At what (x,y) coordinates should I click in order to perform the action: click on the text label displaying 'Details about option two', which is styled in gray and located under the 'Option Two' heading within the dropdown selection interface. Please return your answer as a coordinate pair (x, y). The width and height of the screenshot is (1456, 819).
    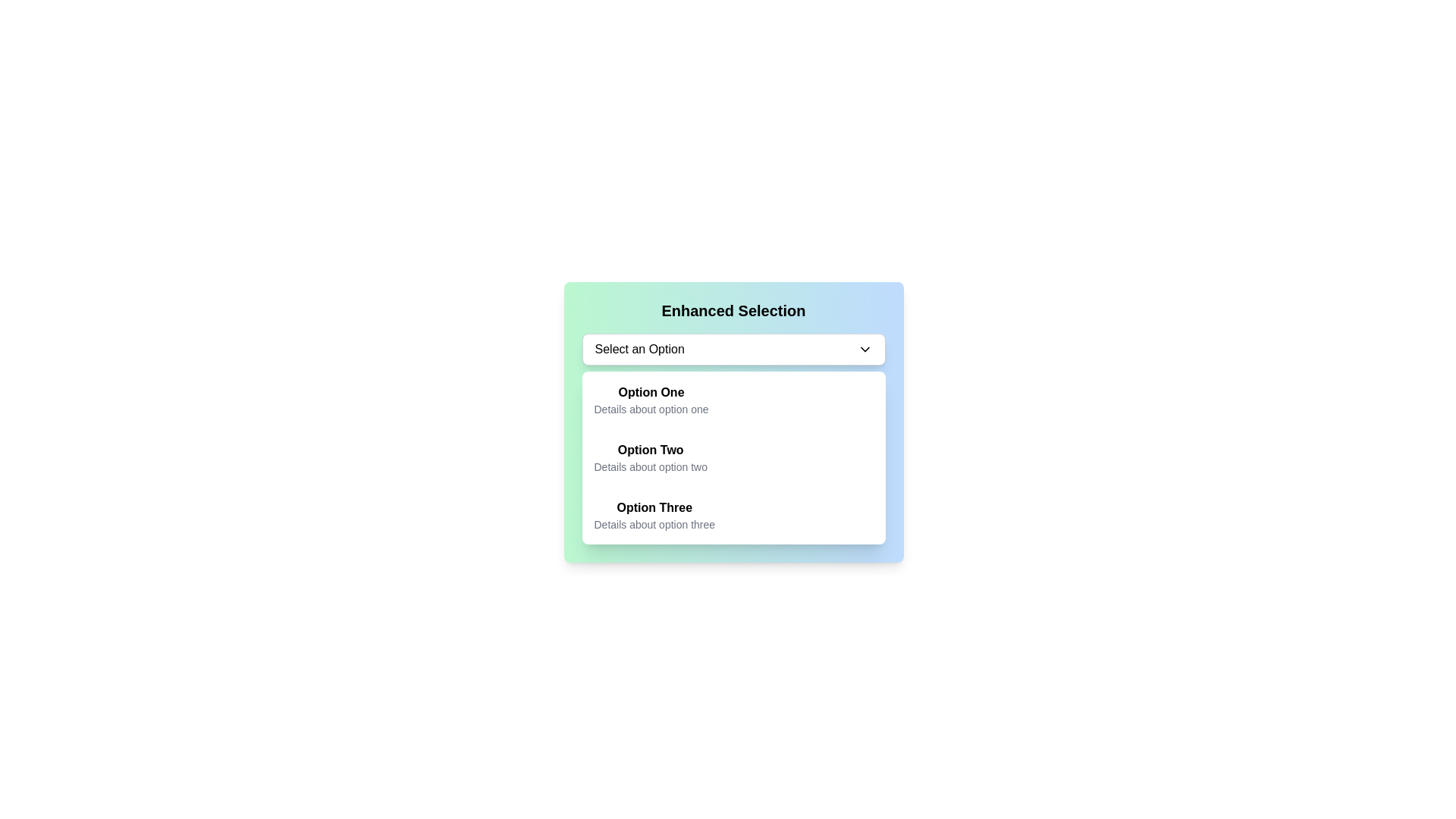
    Looking at the image, I should click on (651, 466).